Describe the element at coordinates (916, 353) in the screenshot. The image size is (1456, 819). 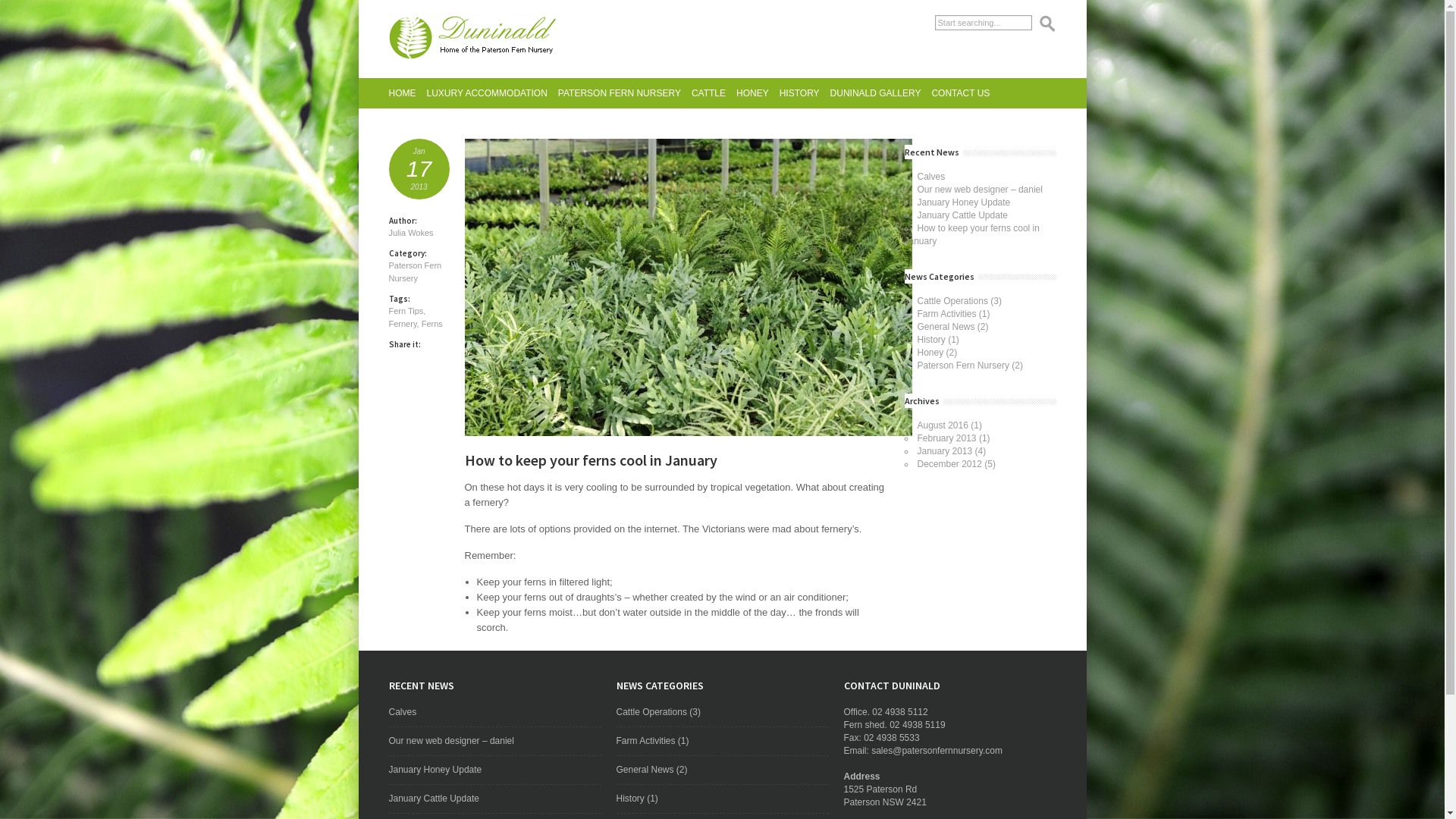
I see `'Honey'` at that location.